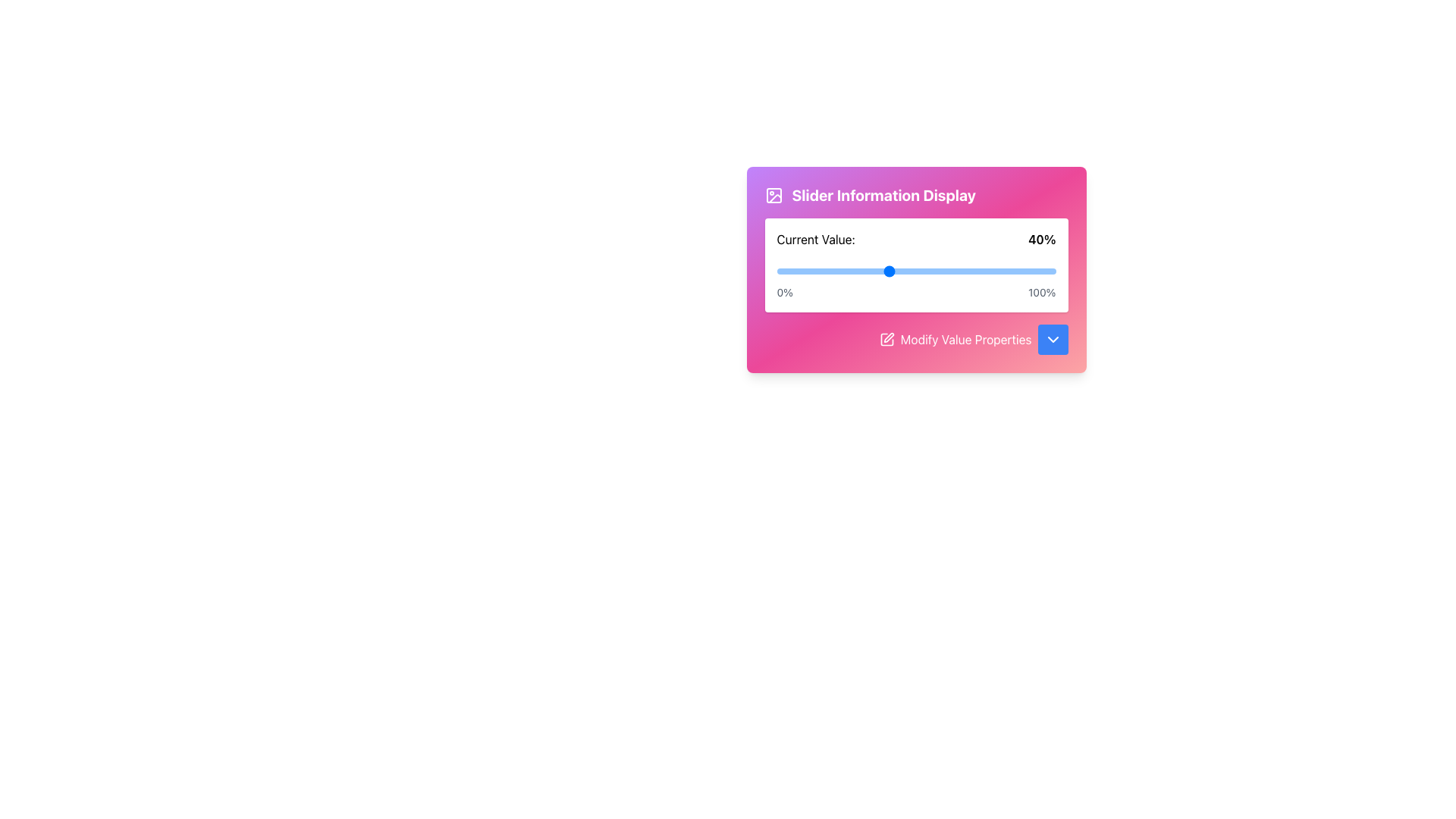  What do you see at coordinates (886, 338) in the screenshot?
I see `the edit icon located in the footer area of the card, adjacent to the 'Modify Value Properties' label, to initiate editing` at bounding box center [886, 338].